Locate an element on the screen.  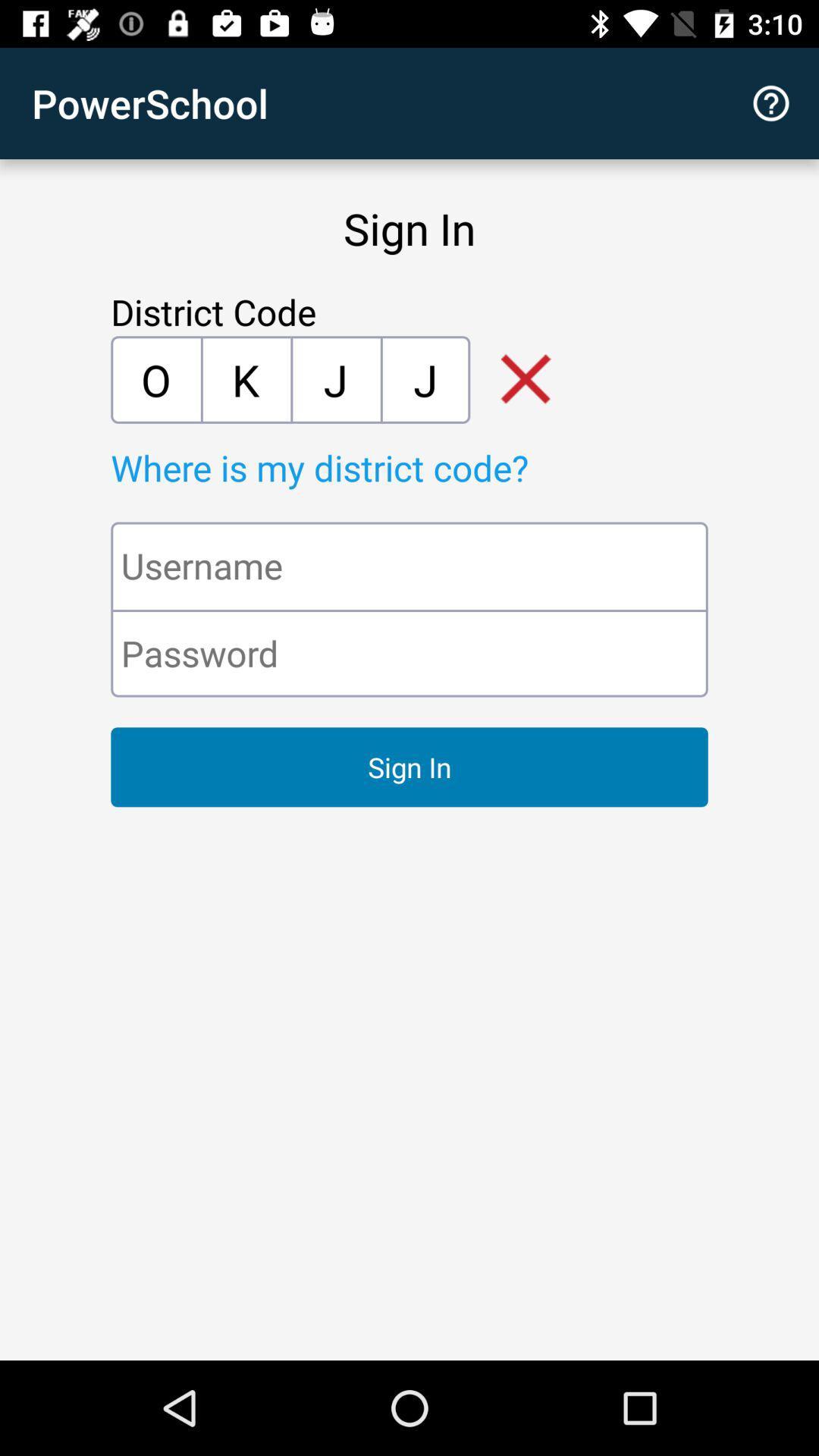
the first letter o be below the text district code is located at coordinates (155, 379).